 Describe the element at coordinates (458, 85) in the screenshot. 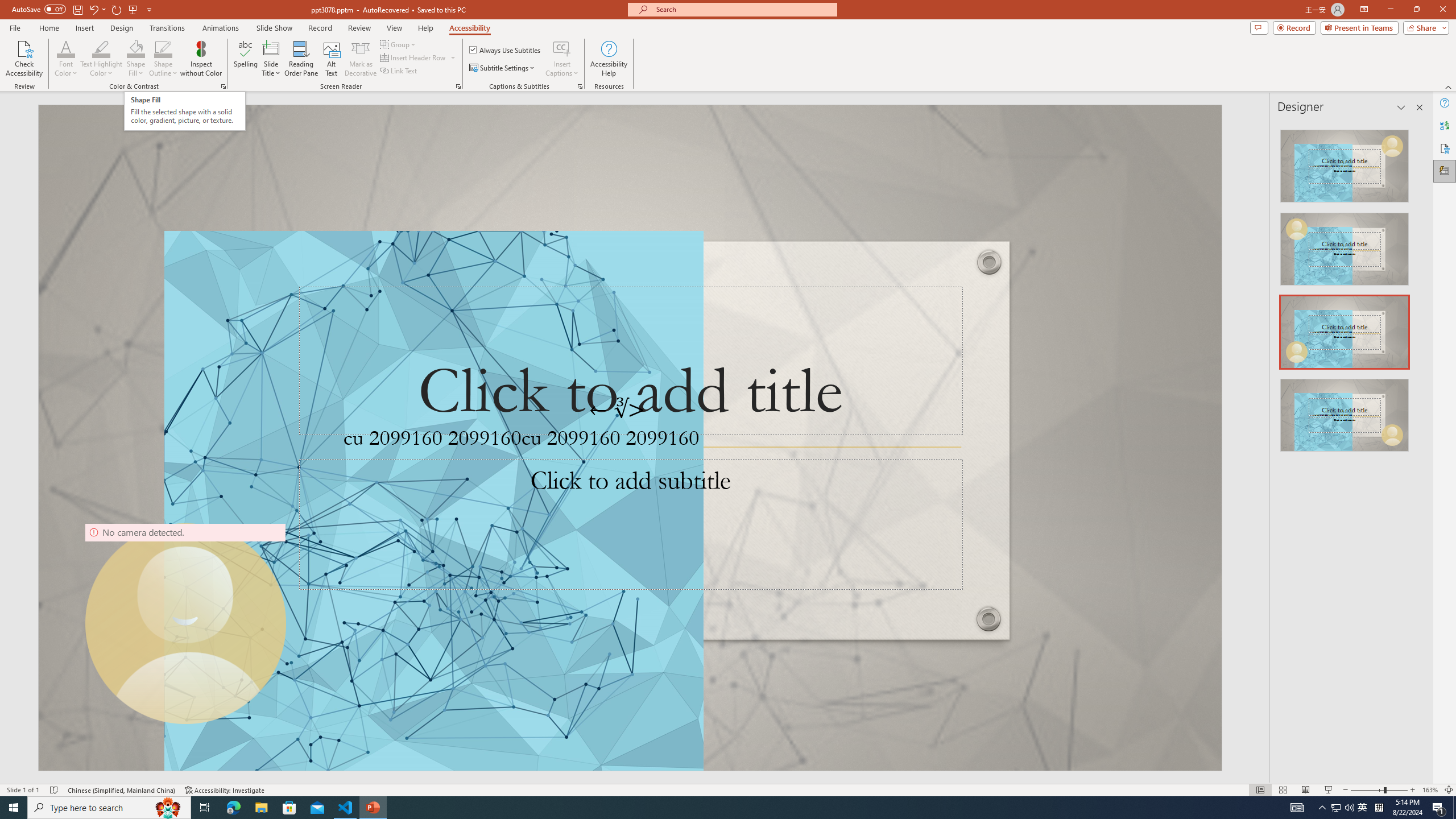

I see `'Screen Reader'` at that location.